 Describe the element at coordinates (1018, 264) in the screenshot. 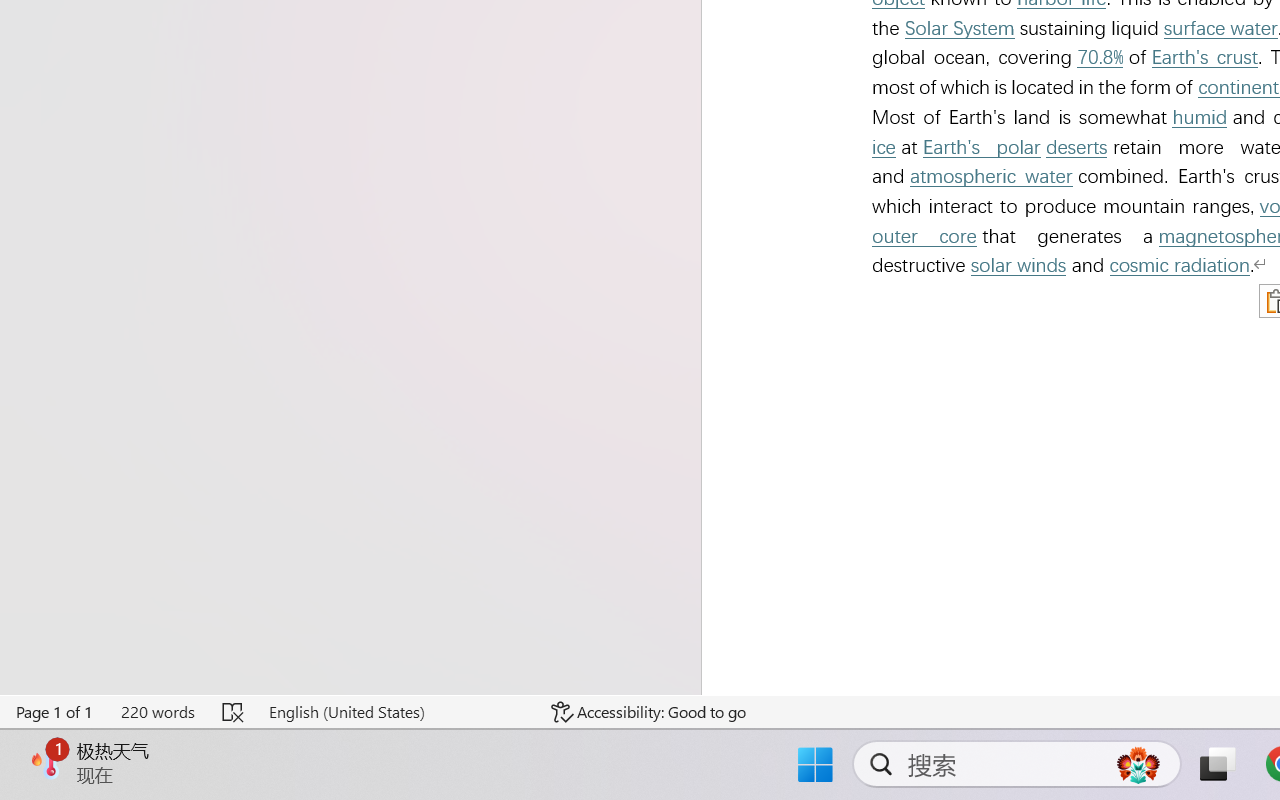

I see `'solar winds'` at that location.